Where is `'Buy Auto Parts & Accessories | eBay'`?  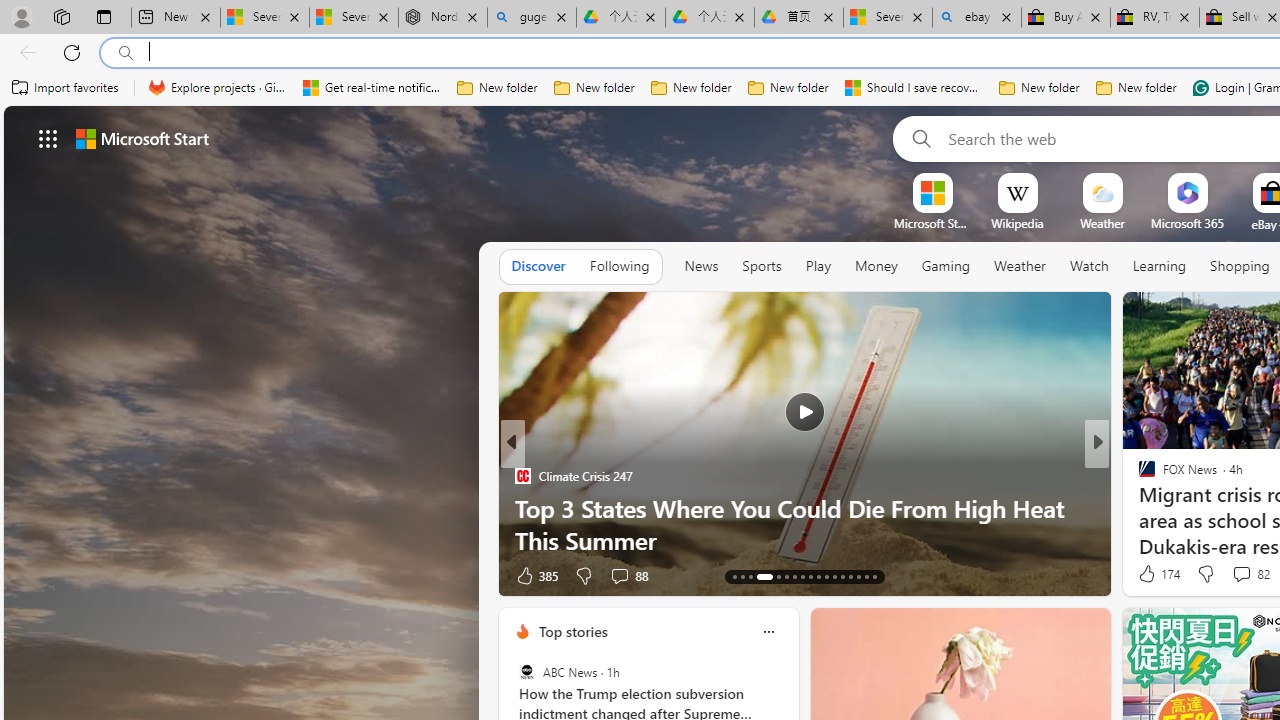
'Buy Auto Parts & Accessories | eBay' is located at coordinates (1064, 17).